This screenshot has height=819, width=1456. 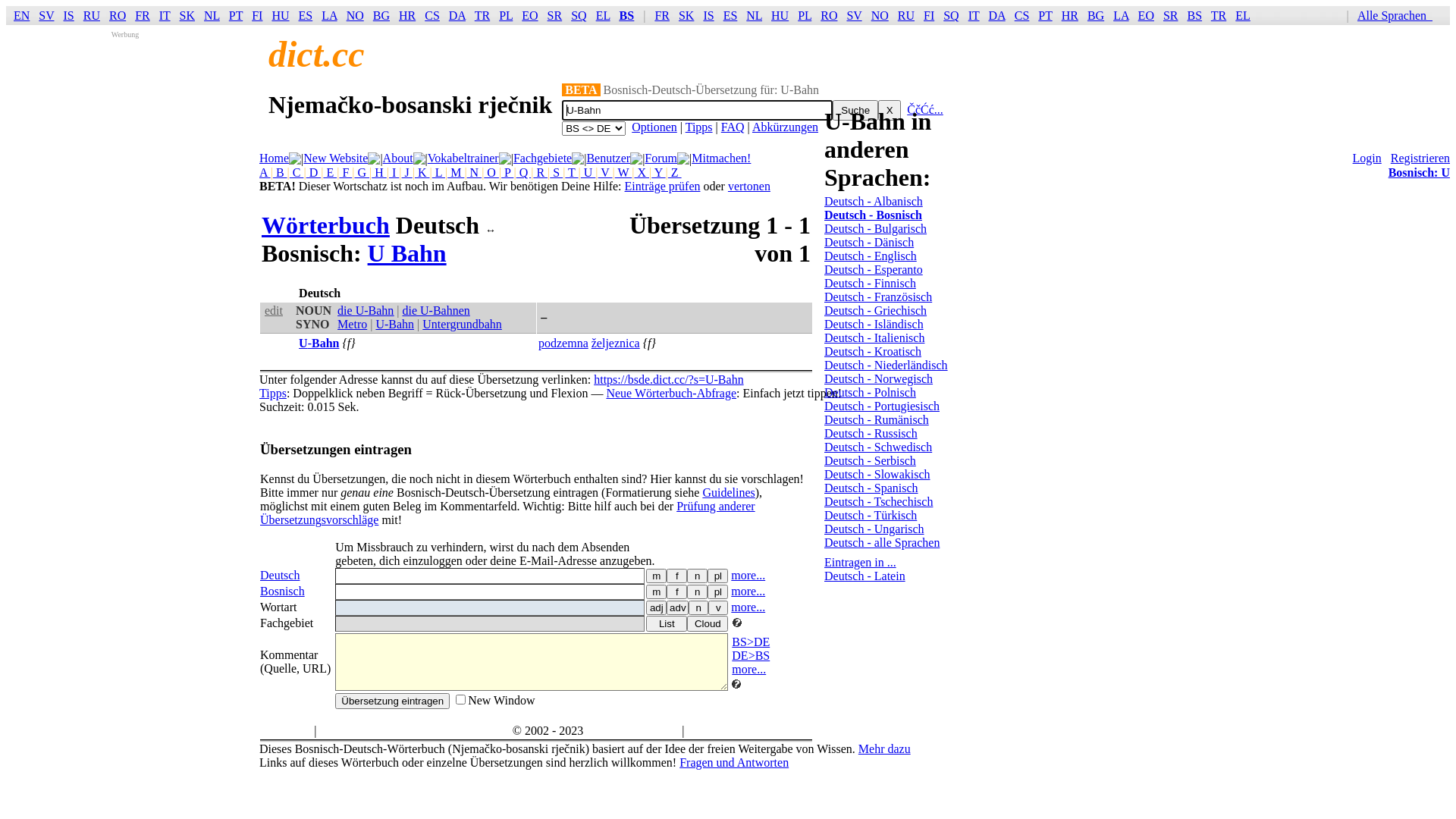 I want to click on 'die - weiblich (Femininum)', so click(x=676, y=576).